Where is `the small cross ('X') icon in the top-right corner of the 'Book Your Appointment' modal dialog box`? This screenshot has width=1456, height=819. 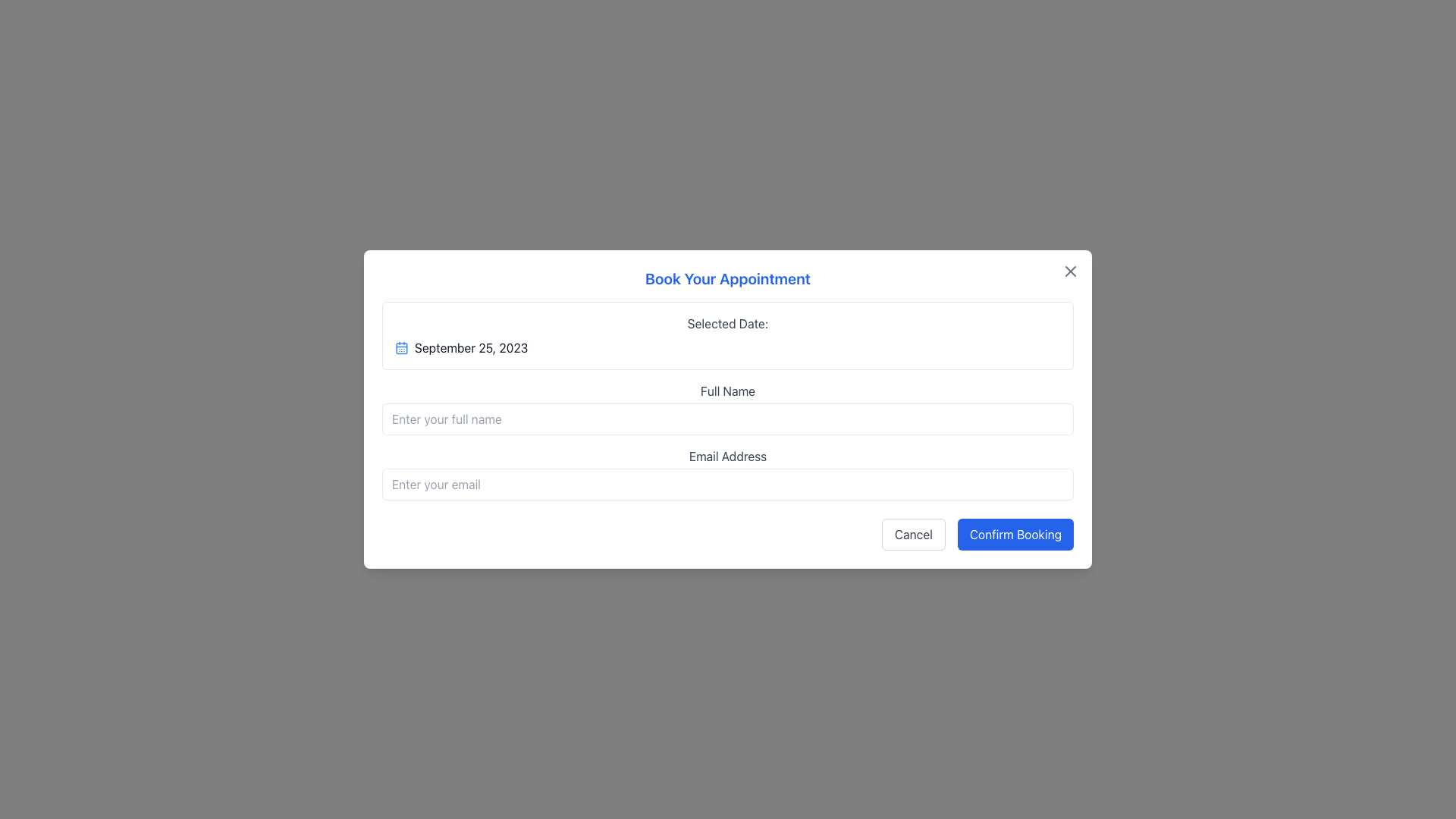 the small cross ('X') icon in the top-right corner of the 'Book Your Appointment' modal dialog box is located at coordinates (1069, 271).